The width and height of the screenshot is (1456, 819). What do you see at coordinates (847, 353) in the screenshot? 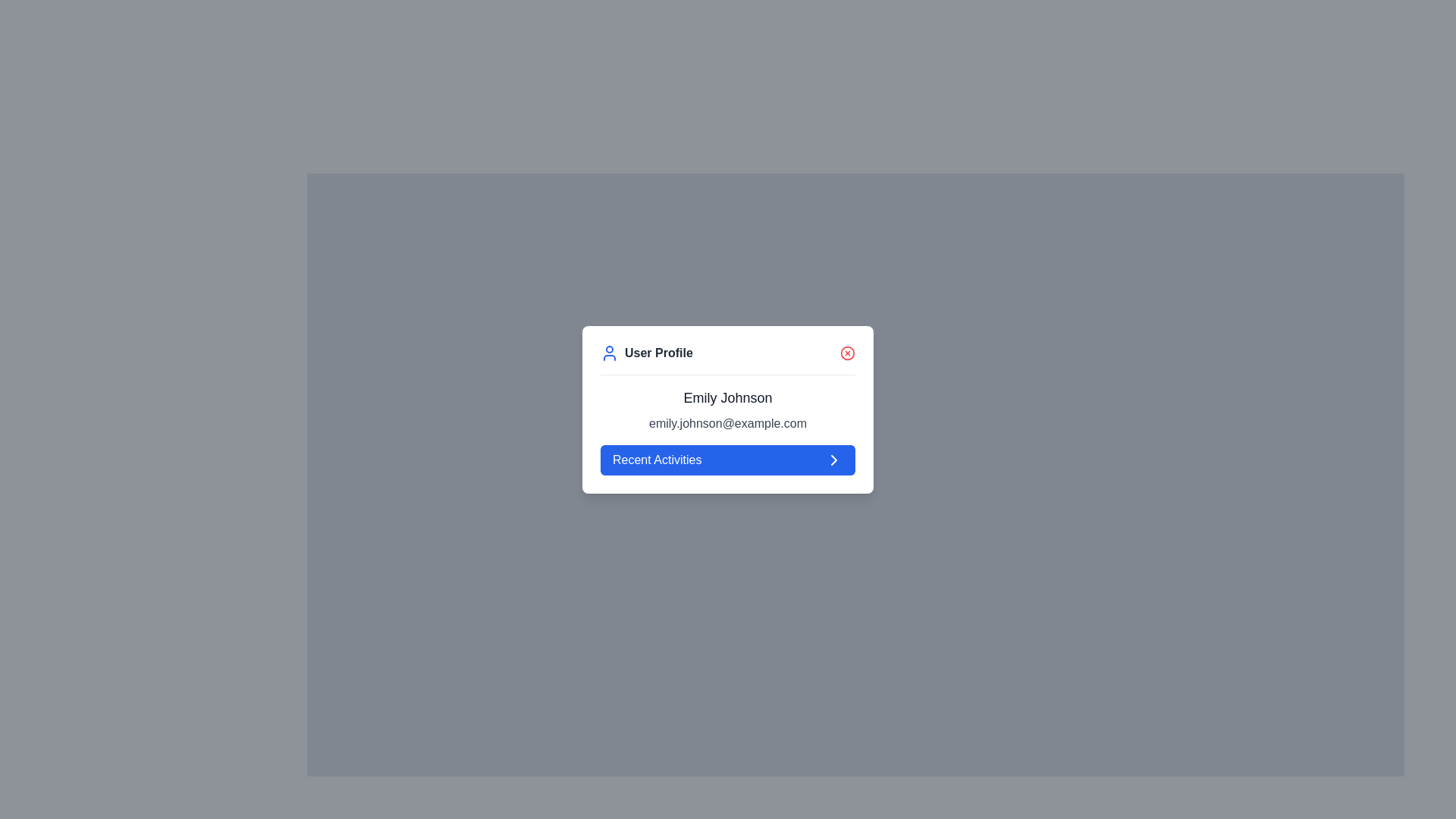
I see `the circular graphic element that is part of the composite icon located in the top-right section of the user profile card, next to the title` at bounding box center [847, 353].